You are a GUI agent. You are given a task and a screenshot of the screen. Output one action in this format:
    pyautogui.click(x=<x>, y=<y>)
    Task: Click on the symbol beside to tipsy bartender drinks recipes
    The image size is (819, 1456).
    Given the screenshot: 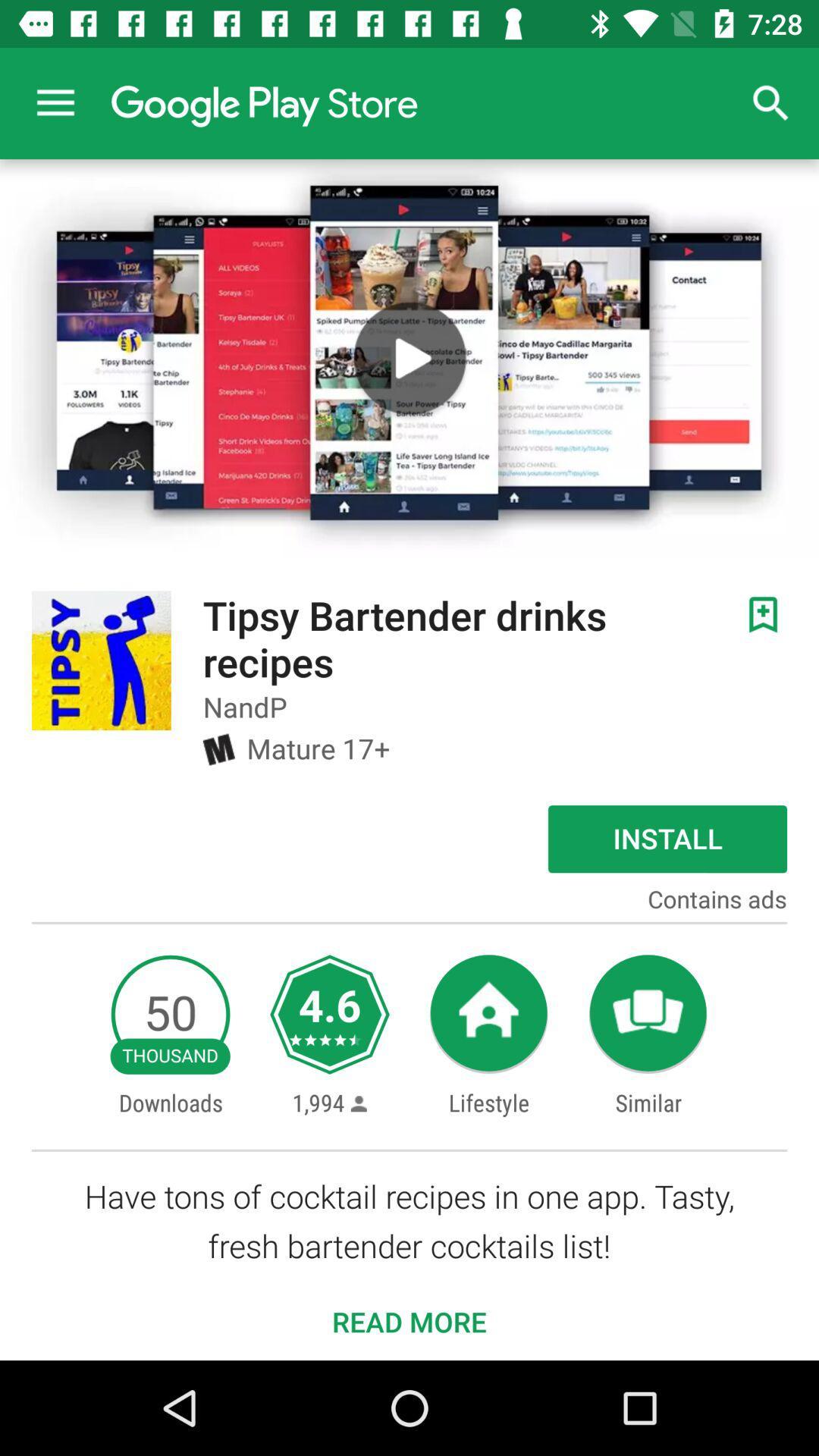 What is the action you would take?
    pyautogui.click(x=763, y=614)
    